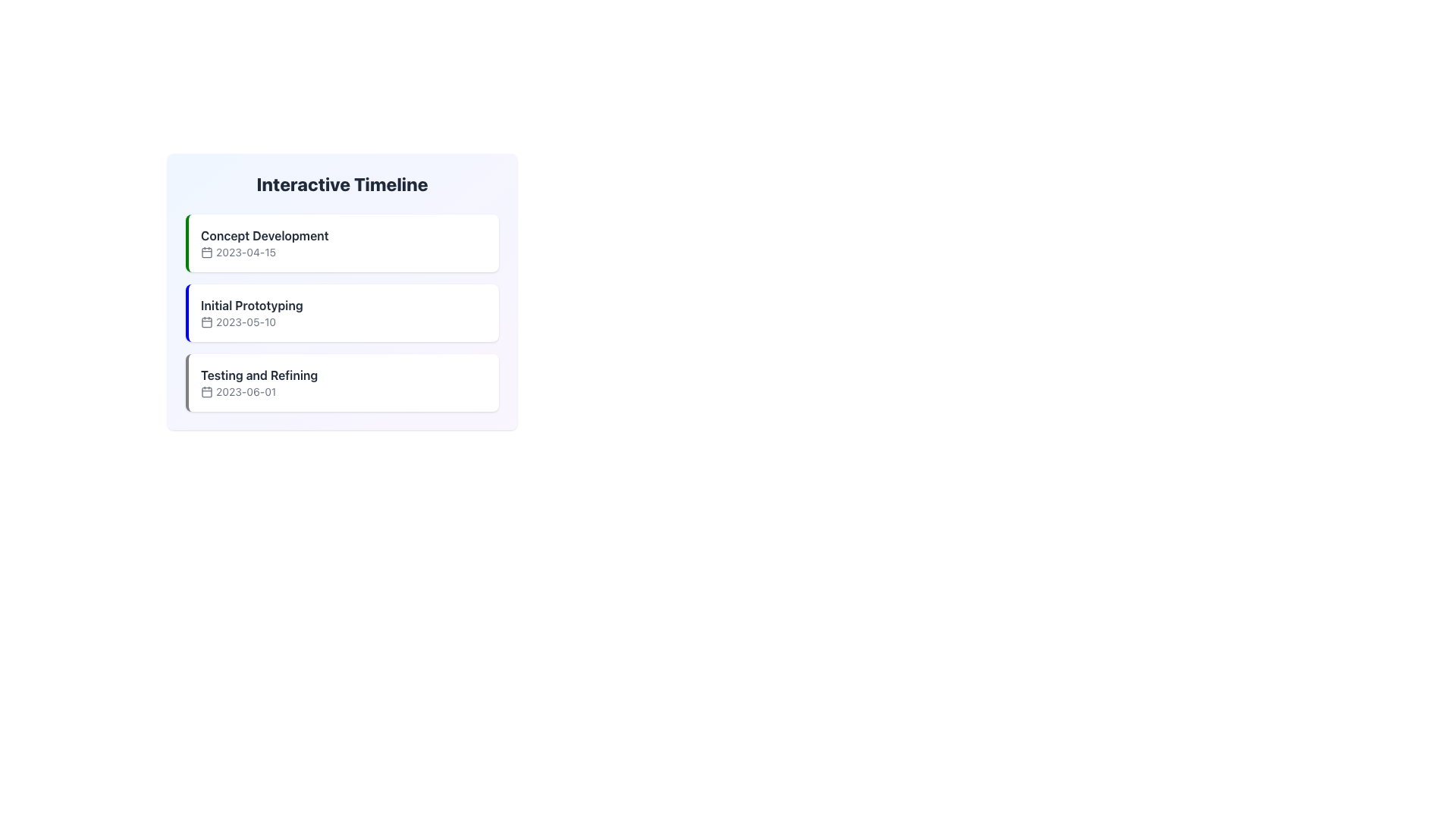 This screenshot has width=1456, height=819. Describe the element at coordinates (259, 375) in the screenshot. I see `the text label that reads 'Testing and Refining', located at the top-left corner of the bottom-most card under the header 'Interactive Timeline'` at that location.